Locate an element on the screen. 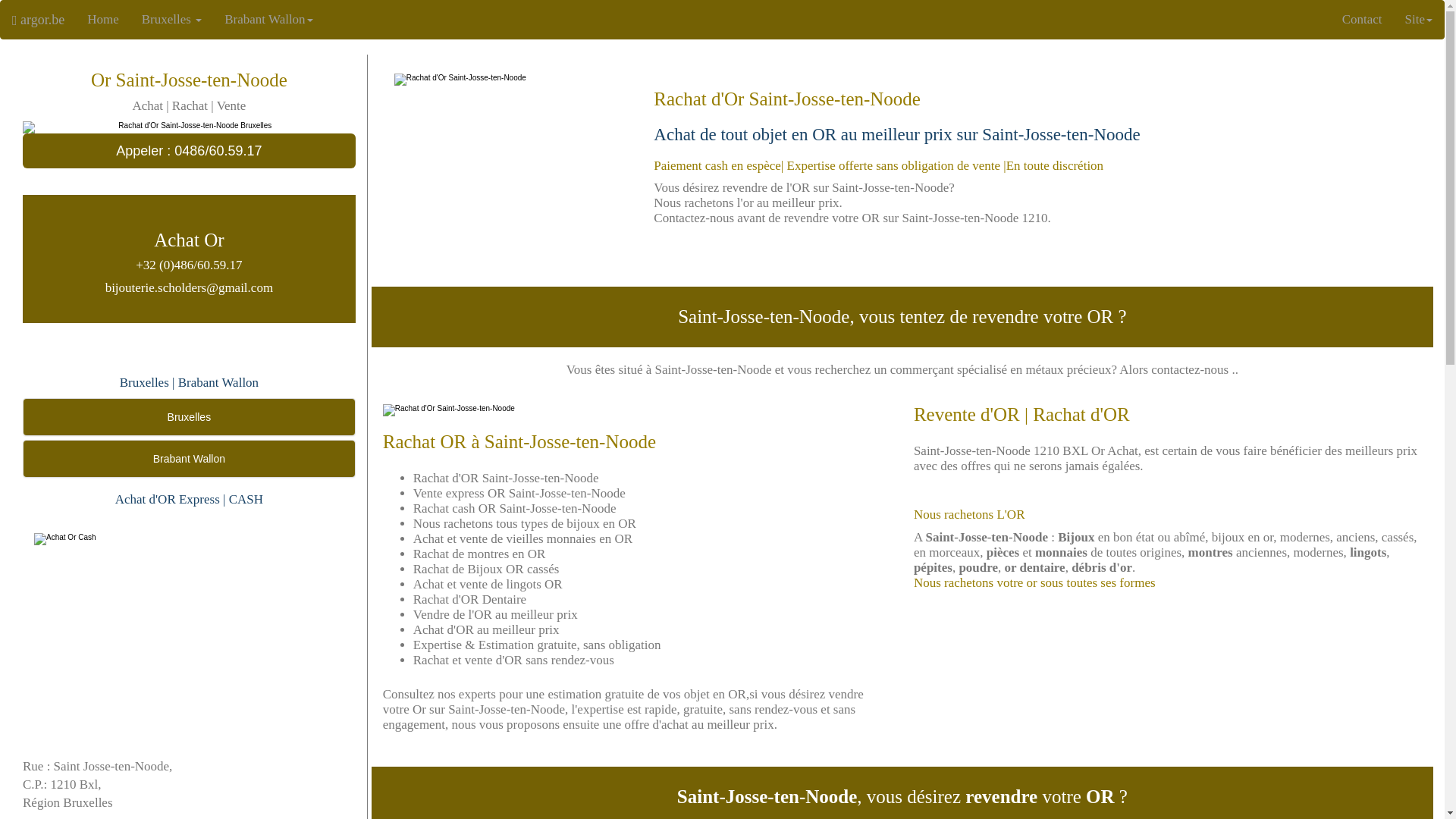 The width and height of the screenshot is (1456, 819). 'Brabant Wallon' is located at coordinates (212, 20).